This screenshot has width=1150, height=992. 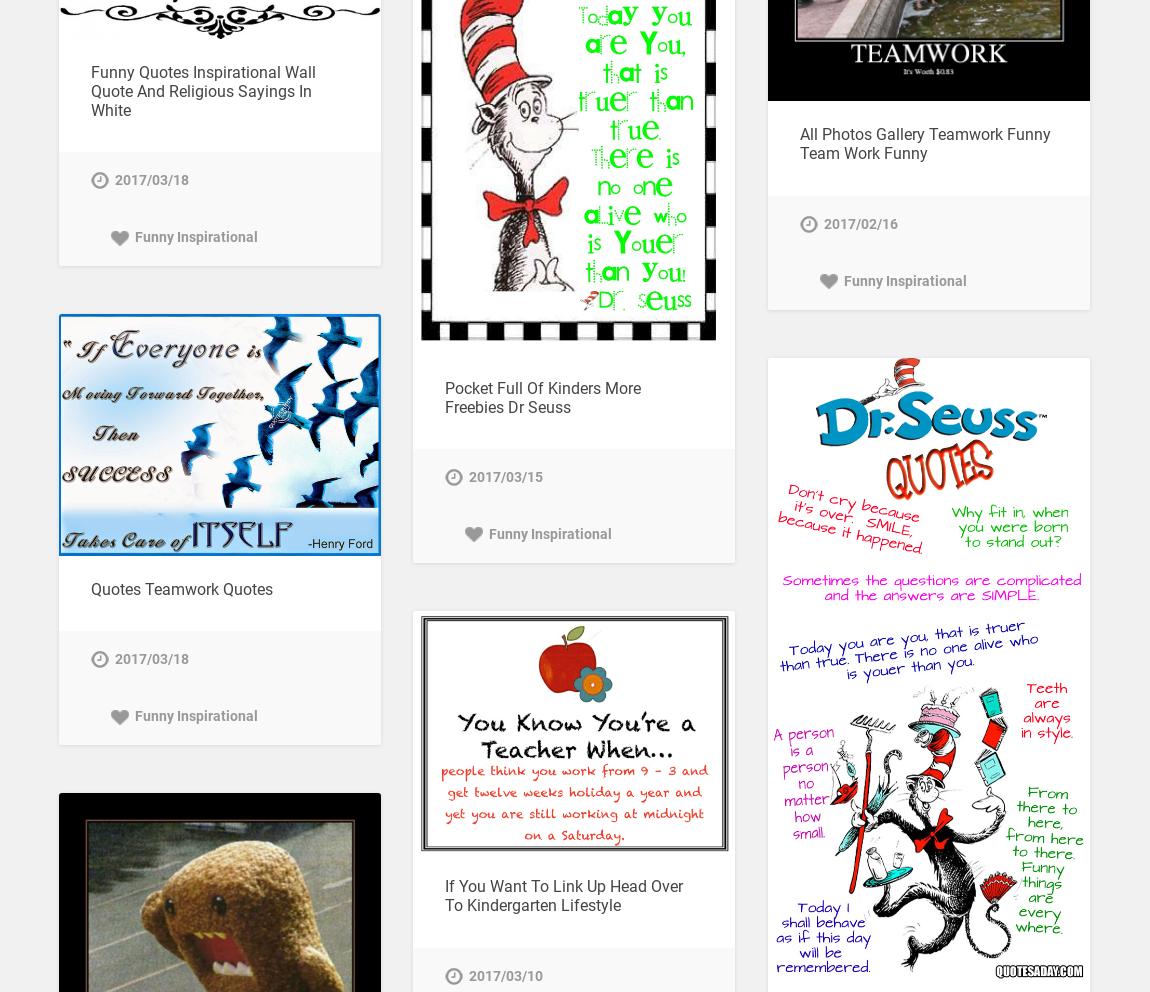 What do you see at coordinates (201, 90) in the screenshot?
I see `'Funny Quotes  Inspirational Wall Quote And Religious Sayings In White'` at bounding box center [201, 90].